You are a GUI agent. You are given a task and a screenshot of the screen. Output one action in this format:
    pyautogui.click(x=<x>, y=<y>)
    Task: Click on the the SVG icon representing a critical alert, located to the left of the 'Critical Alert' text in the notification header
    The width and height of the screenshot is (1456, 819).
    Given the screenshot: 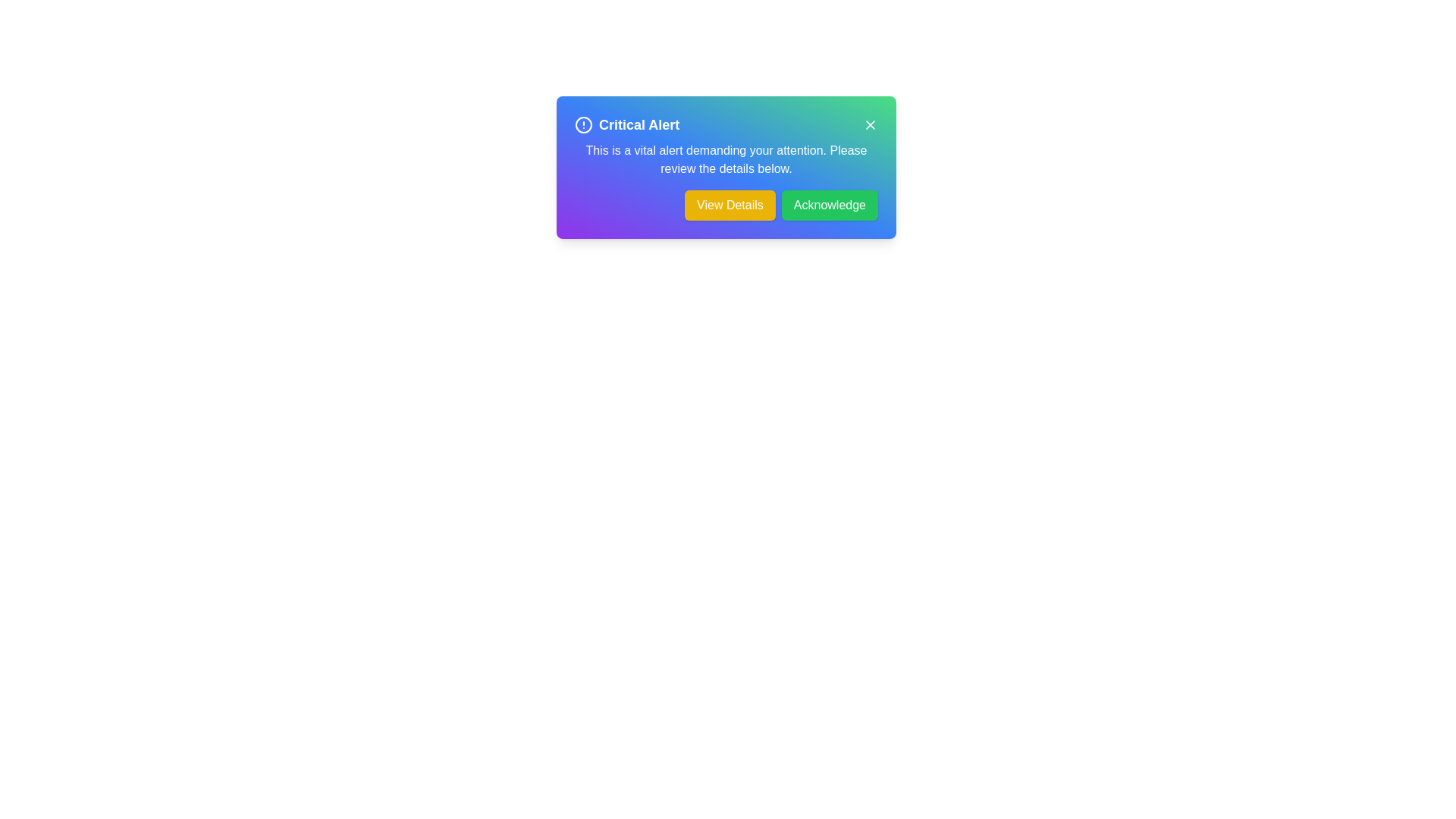 What is the action you would take?
    pyautogui.click(x=582, y=124)
    